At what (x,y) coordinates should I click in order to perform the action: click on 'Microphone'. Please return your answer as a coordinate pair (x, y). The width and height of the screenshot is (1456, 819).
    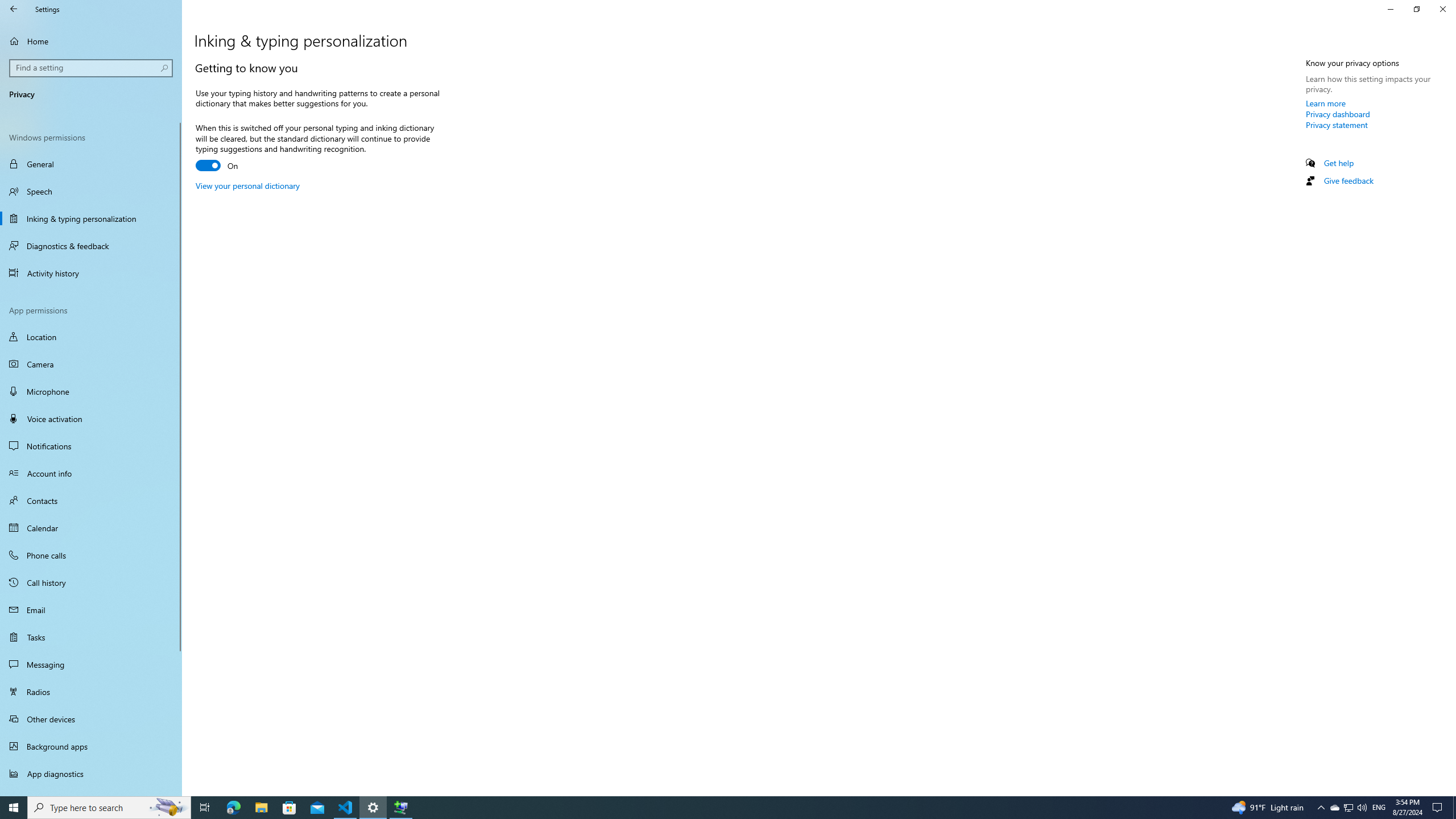
    Looking at the image, I should click on (90, 390).